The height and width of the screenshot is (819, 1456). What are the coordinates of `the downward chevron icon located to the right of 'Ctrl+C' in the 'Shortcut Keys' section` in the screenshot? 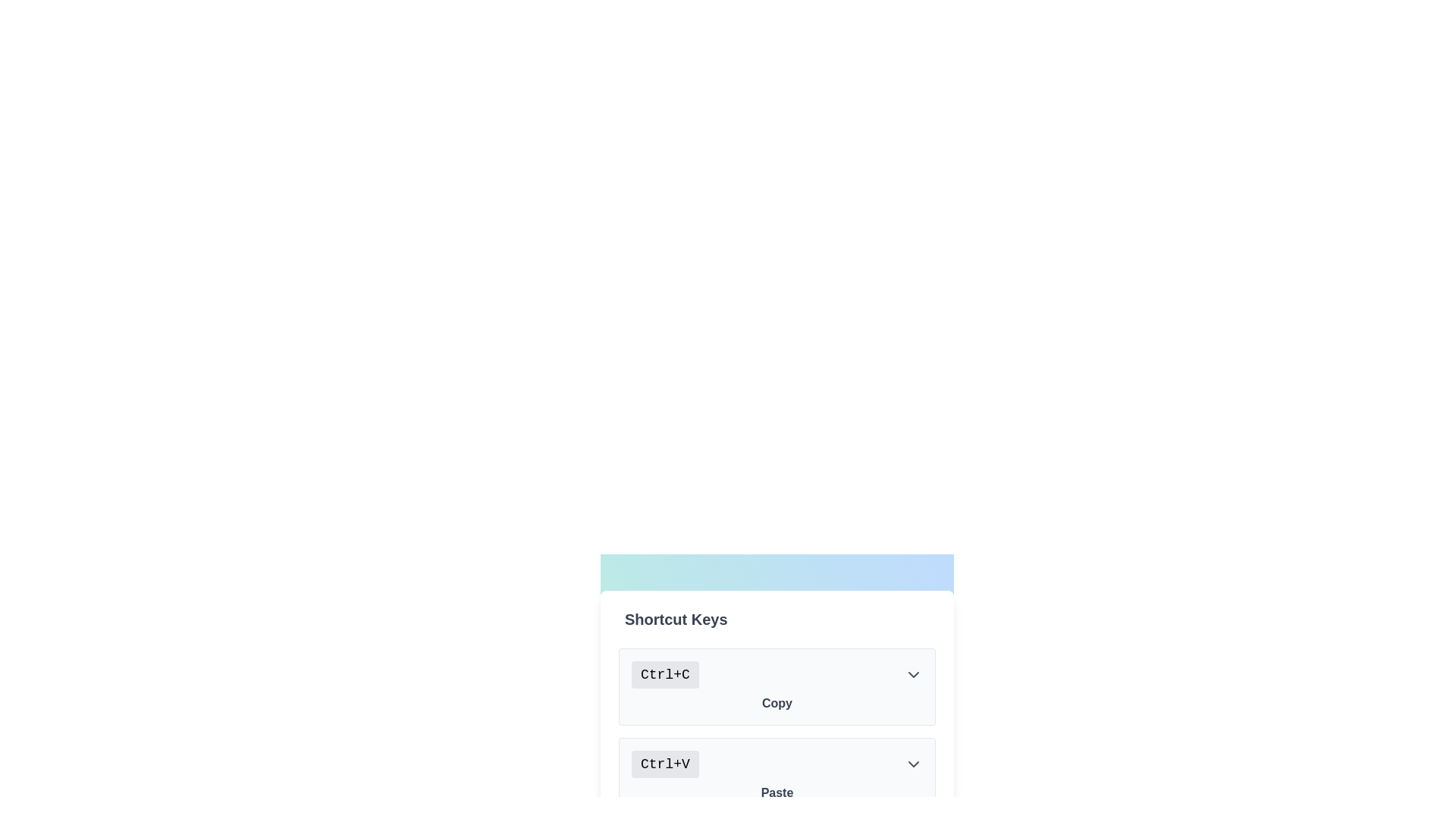 It's located at (912, 674).